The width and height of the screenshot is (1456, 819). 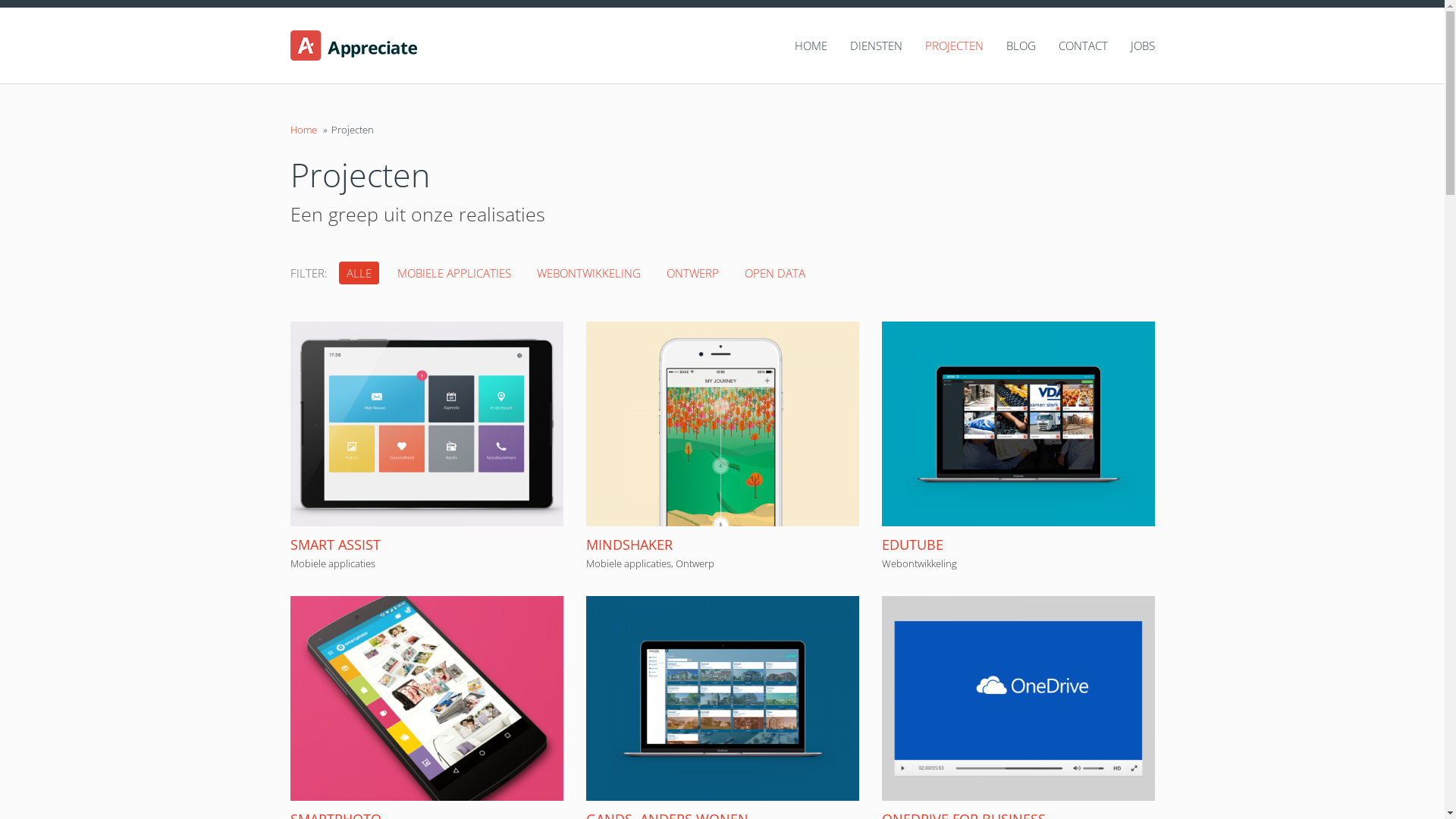 What do you see at coordinates (628, 563) in the screenshot?
I see `'Mobiele applicaties'` at bounding box center [628, 563].